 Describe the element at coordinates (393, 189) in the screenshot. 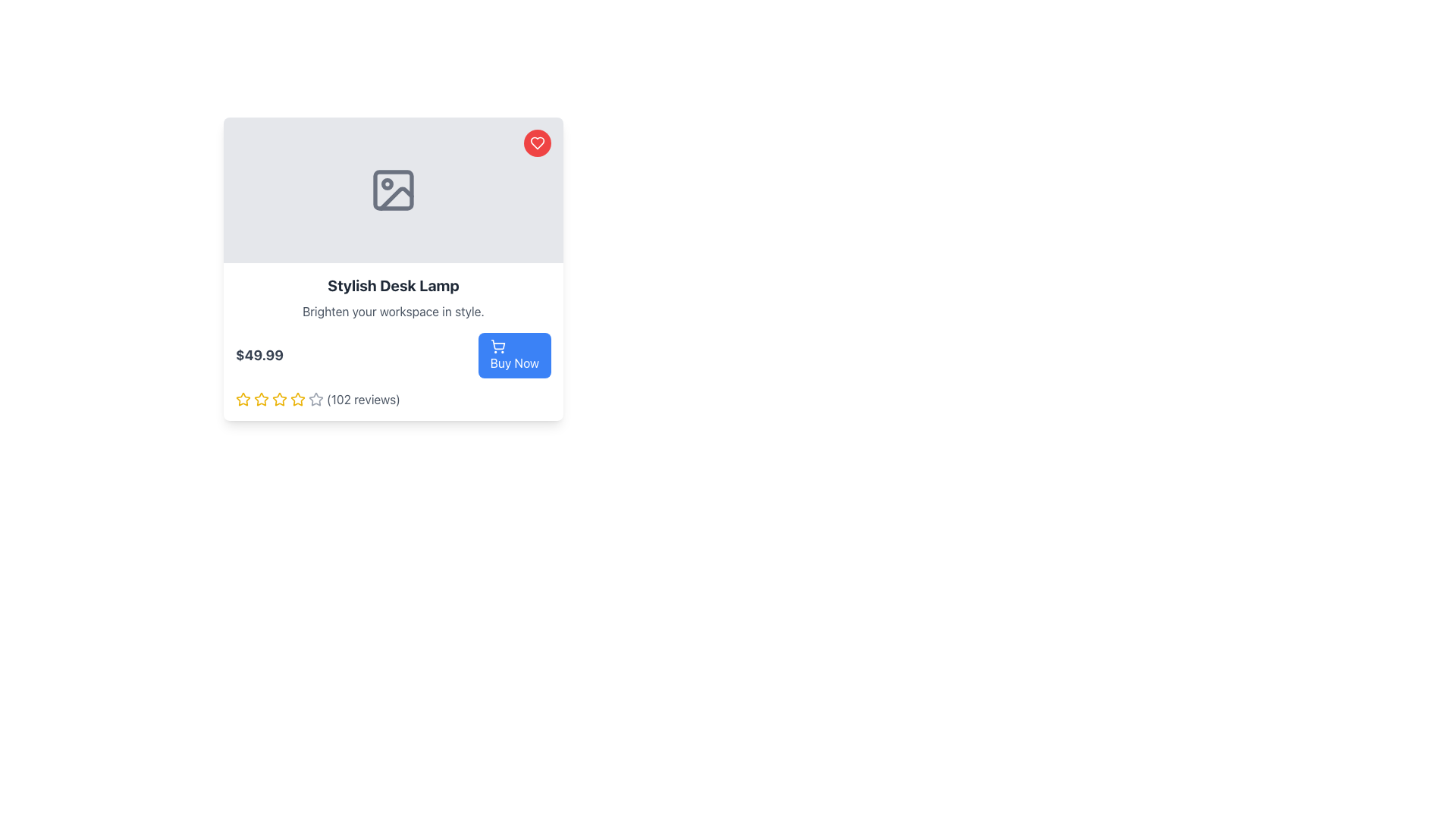

I see `the SVG rectangle with rounded corners located centrally within the photo icon` at that location.